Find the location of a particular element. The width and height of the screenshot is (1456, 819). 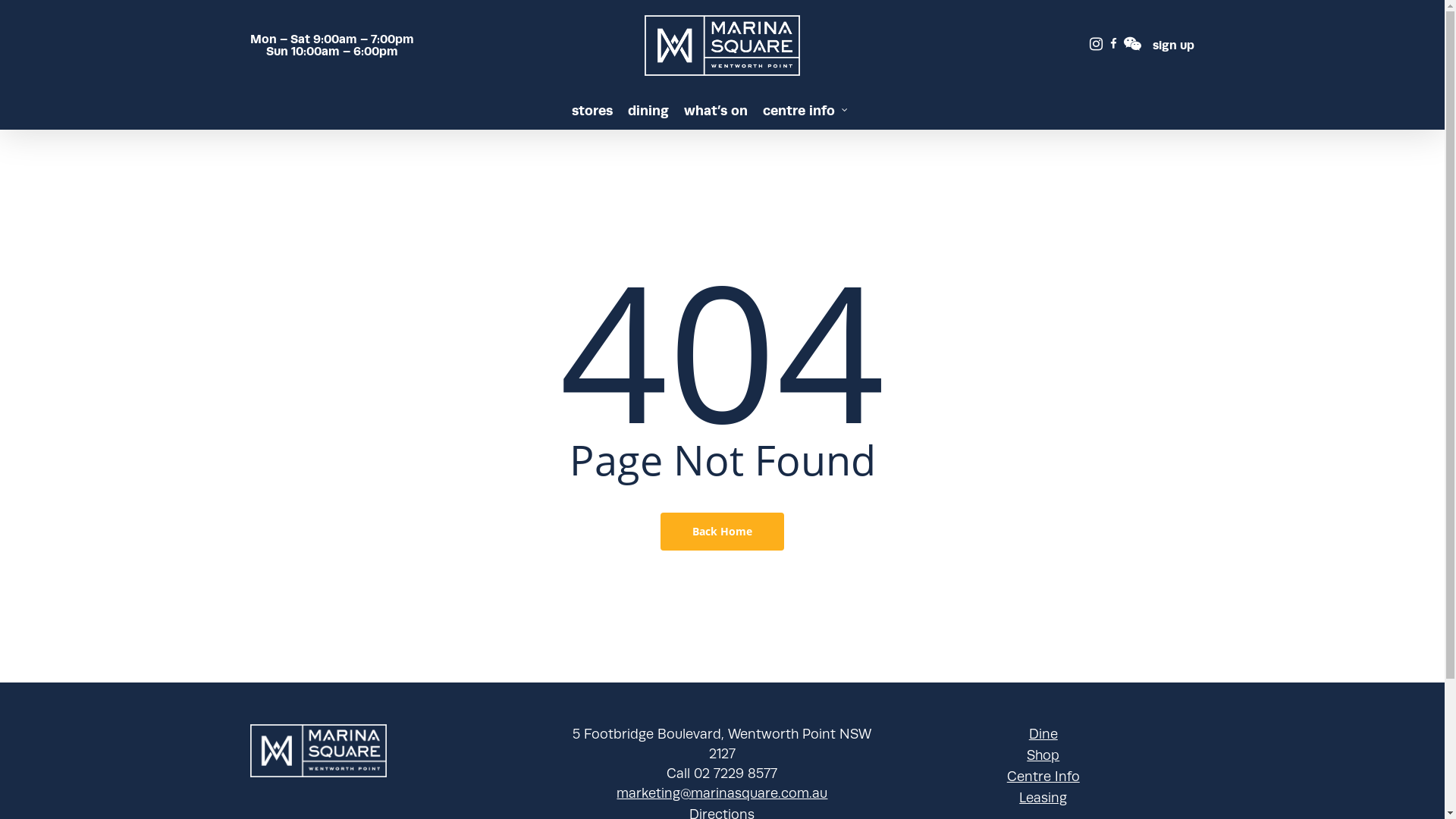

'Centre Info' is located at coordinates (1043, 777).